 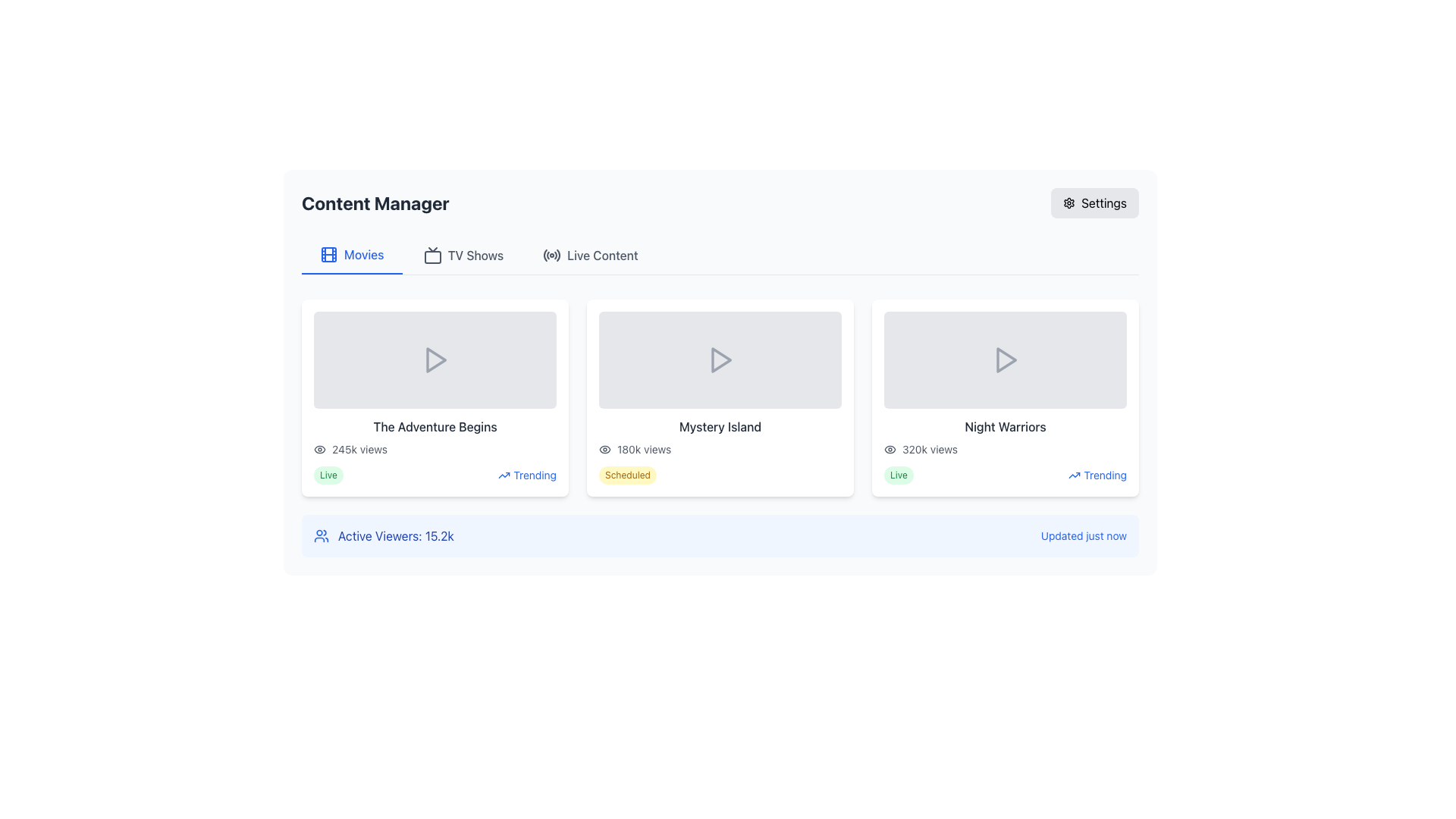 What do you see at coordinates (890, 449) in the screenshot?
I see `the eye icon component representing visibility or preview functionality, located near the top-right corner of the interface adjacent to the 'Settings' button` at bounding box center [890, 449].